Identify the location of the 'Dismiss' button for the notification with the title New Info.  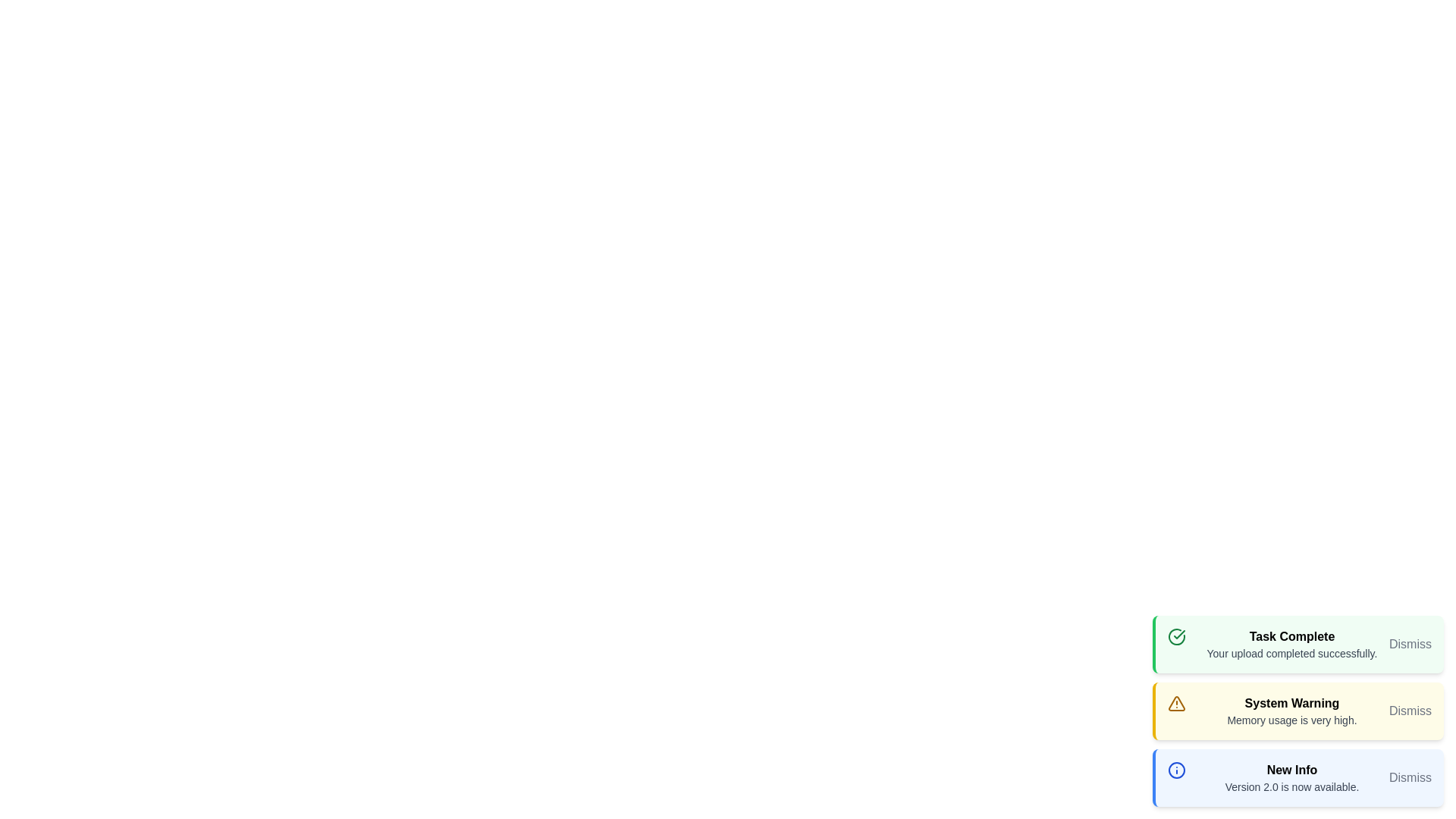
(1410, 778).